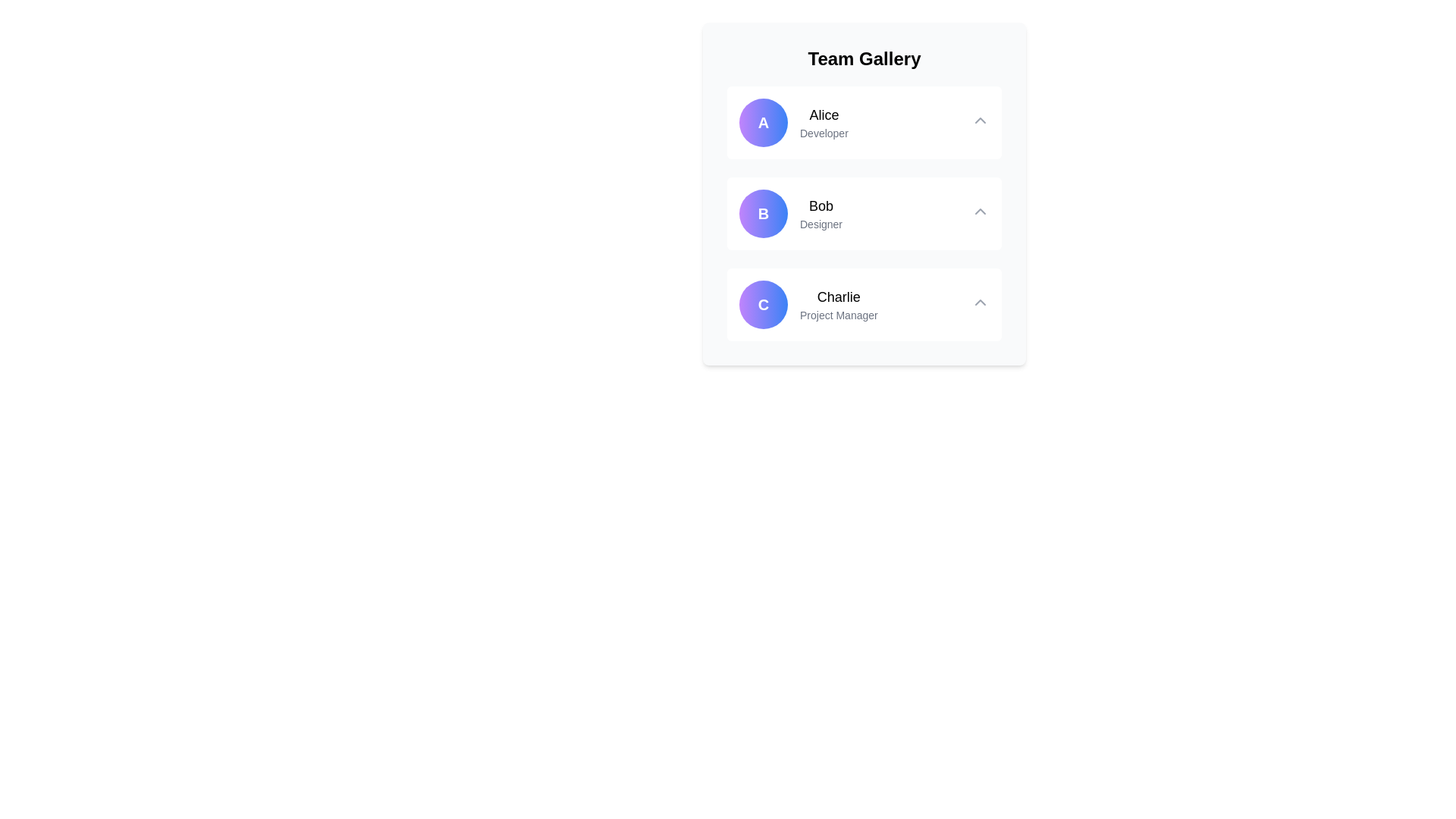 The width and height of the screenshot is (1456, 819). Describe the element at coordinates (764, 304) in the screenshot. I see `the circular icon with a gradient background transitioning from purple to blue, featuring a white letter 'C' in the center, located in the third list item of the team gallery next to 'Charlie, Project Manager'` at that location.